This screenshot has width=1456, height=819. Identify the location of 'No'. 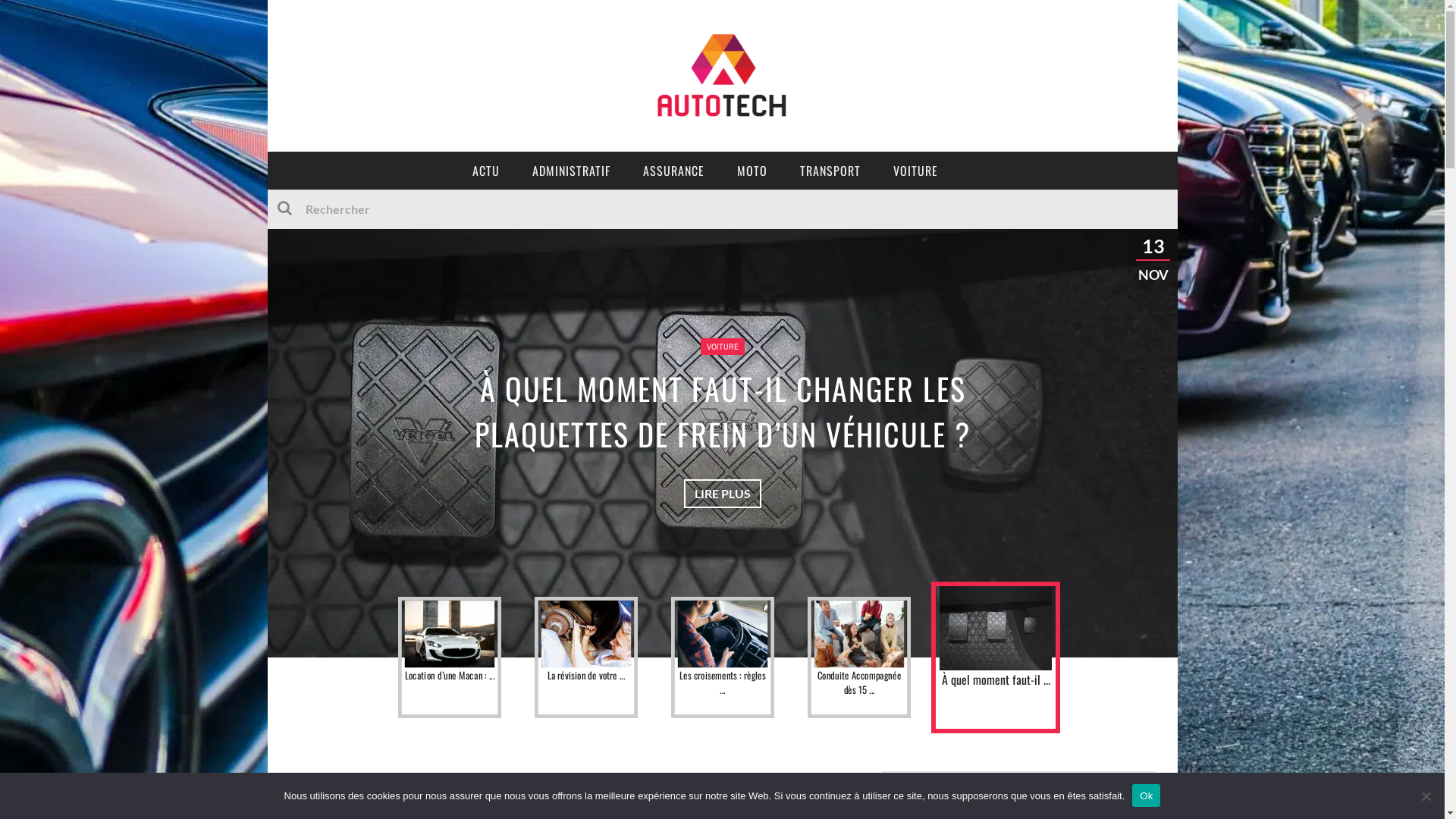
(1425, 795).